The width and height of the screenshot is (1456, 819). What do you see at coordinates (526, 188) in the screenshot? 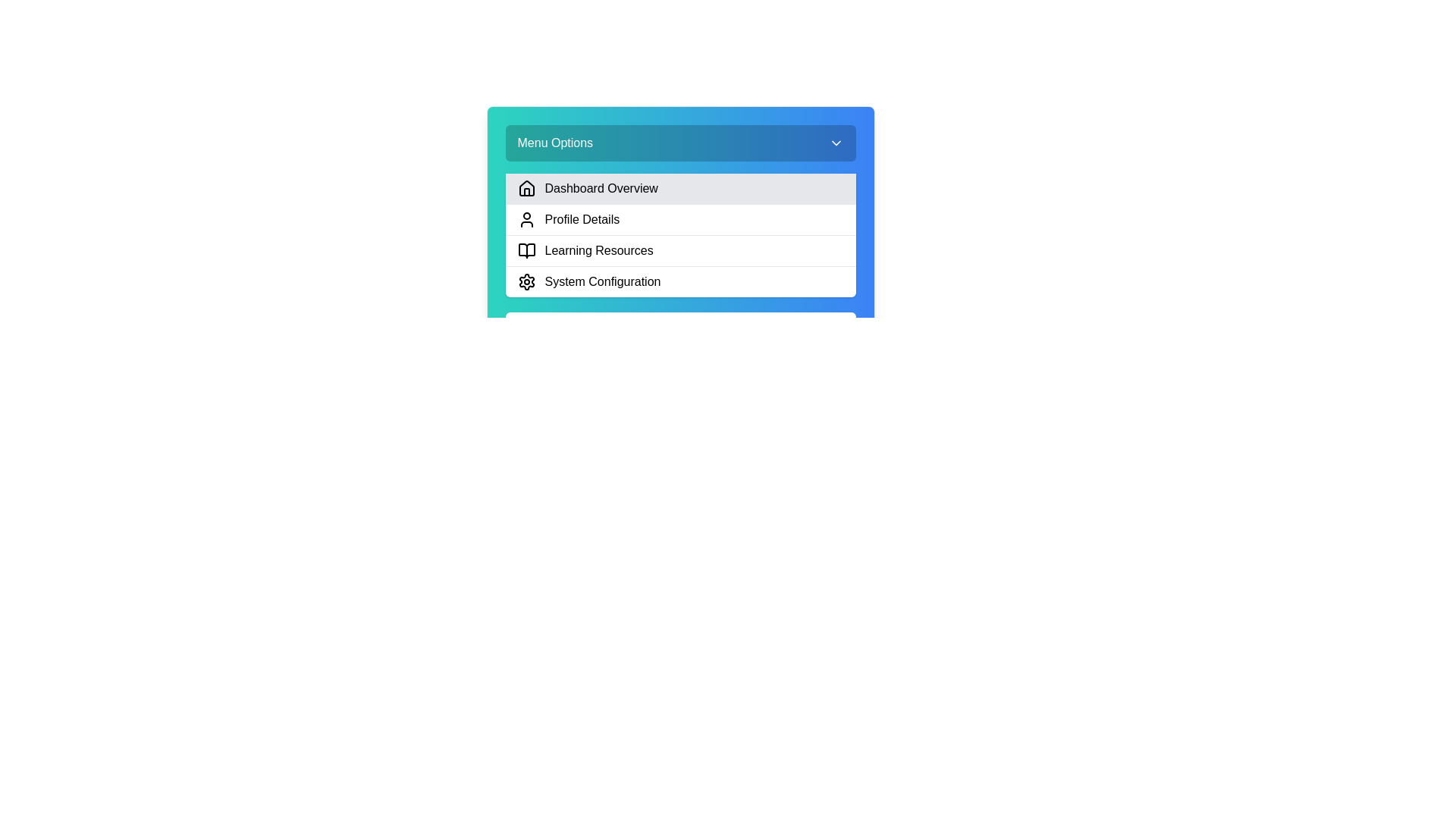
I see `the stylized house icon located in the leftmost position of the first row within the vertical list of menu entries, next to the text 'Dashboard Overview'` at bounding box center [526, 188].